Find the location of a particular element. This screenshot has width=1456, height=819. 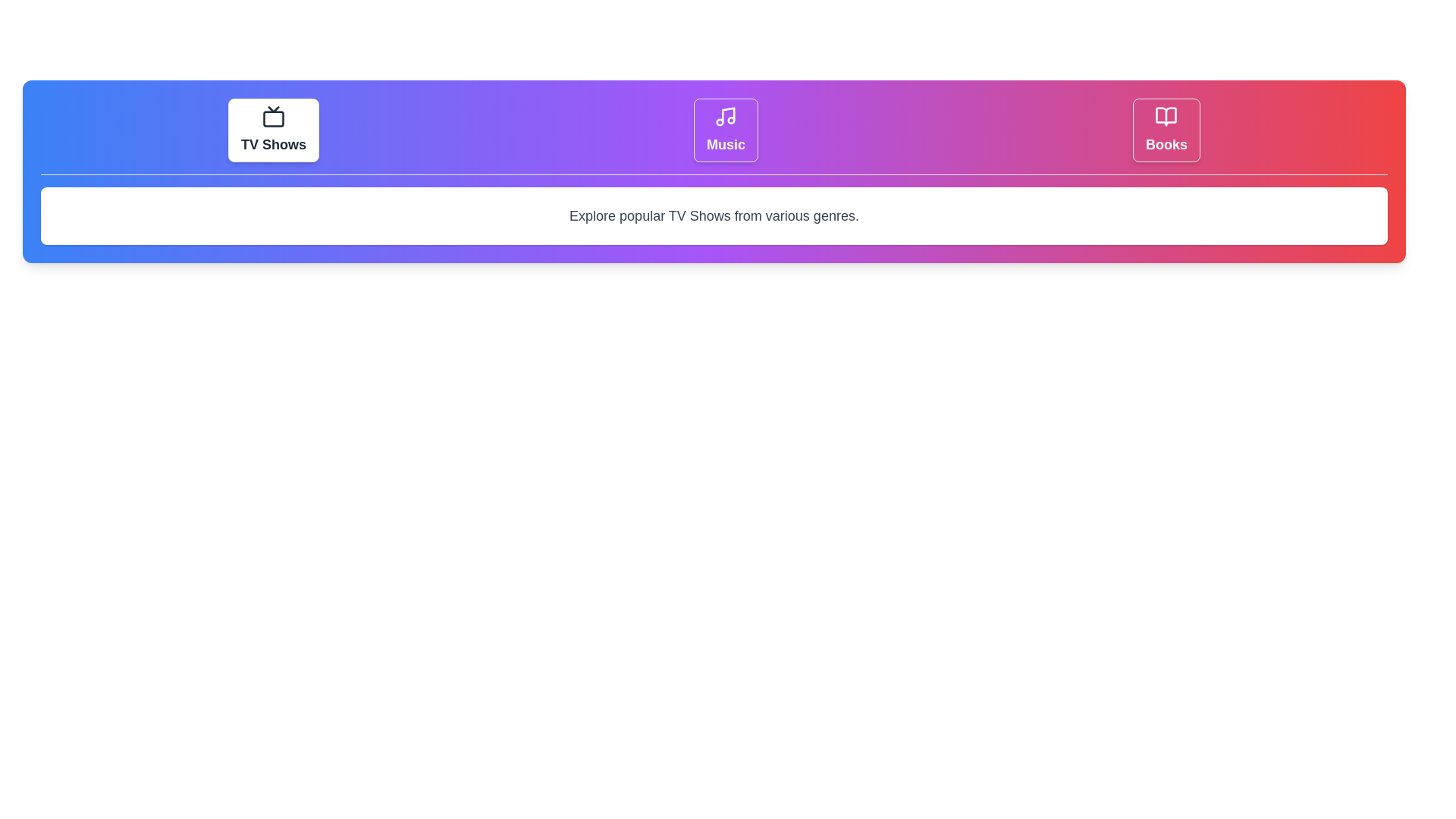

the tab labeled TV Shows is located at coordinates (273, 130).